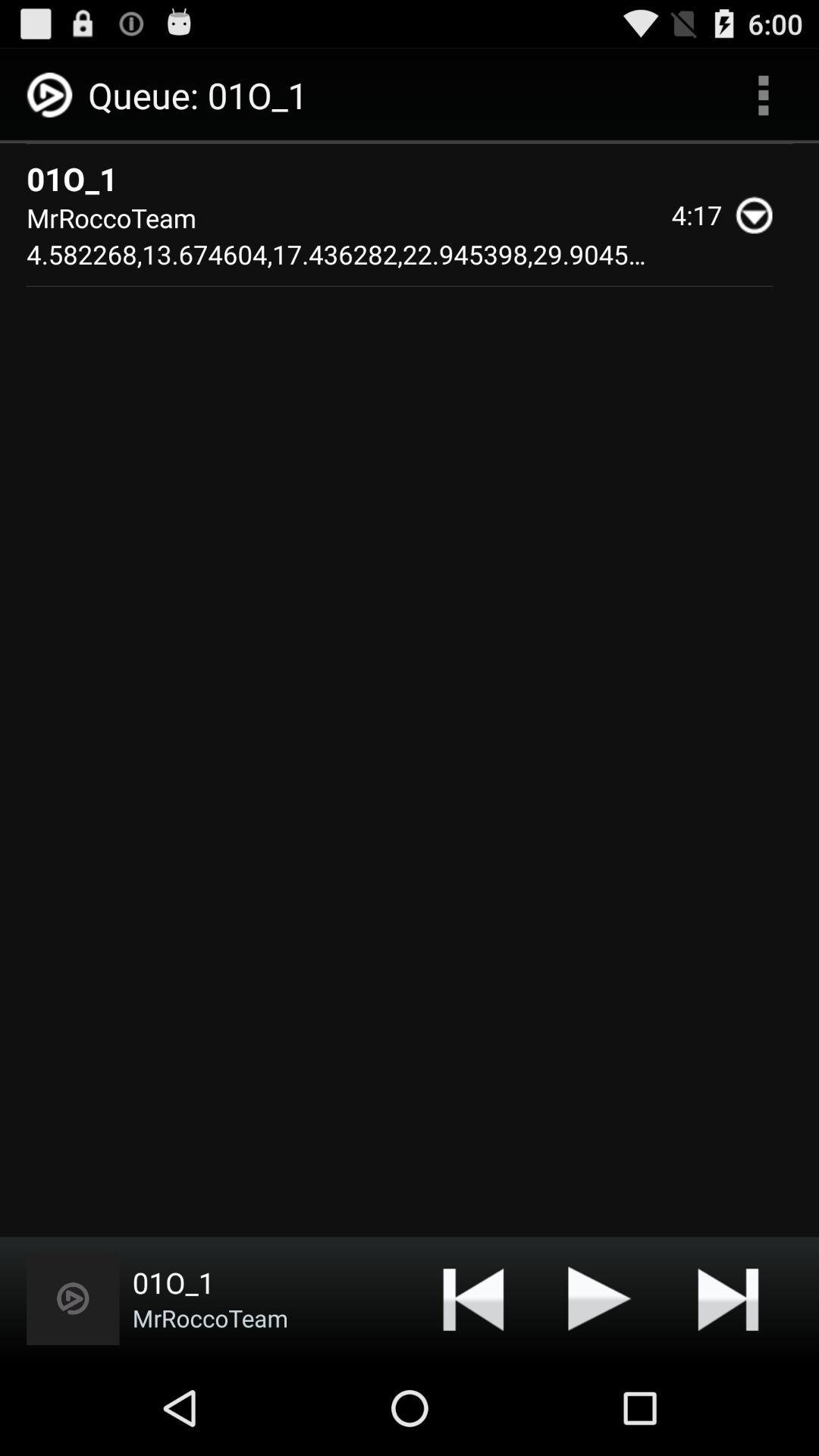 This screenshot has height=1456, width=819. What do you see at coordinates (472, 1298) in the screenshot?
I see `rewind` at bounding box center [472, 1298].